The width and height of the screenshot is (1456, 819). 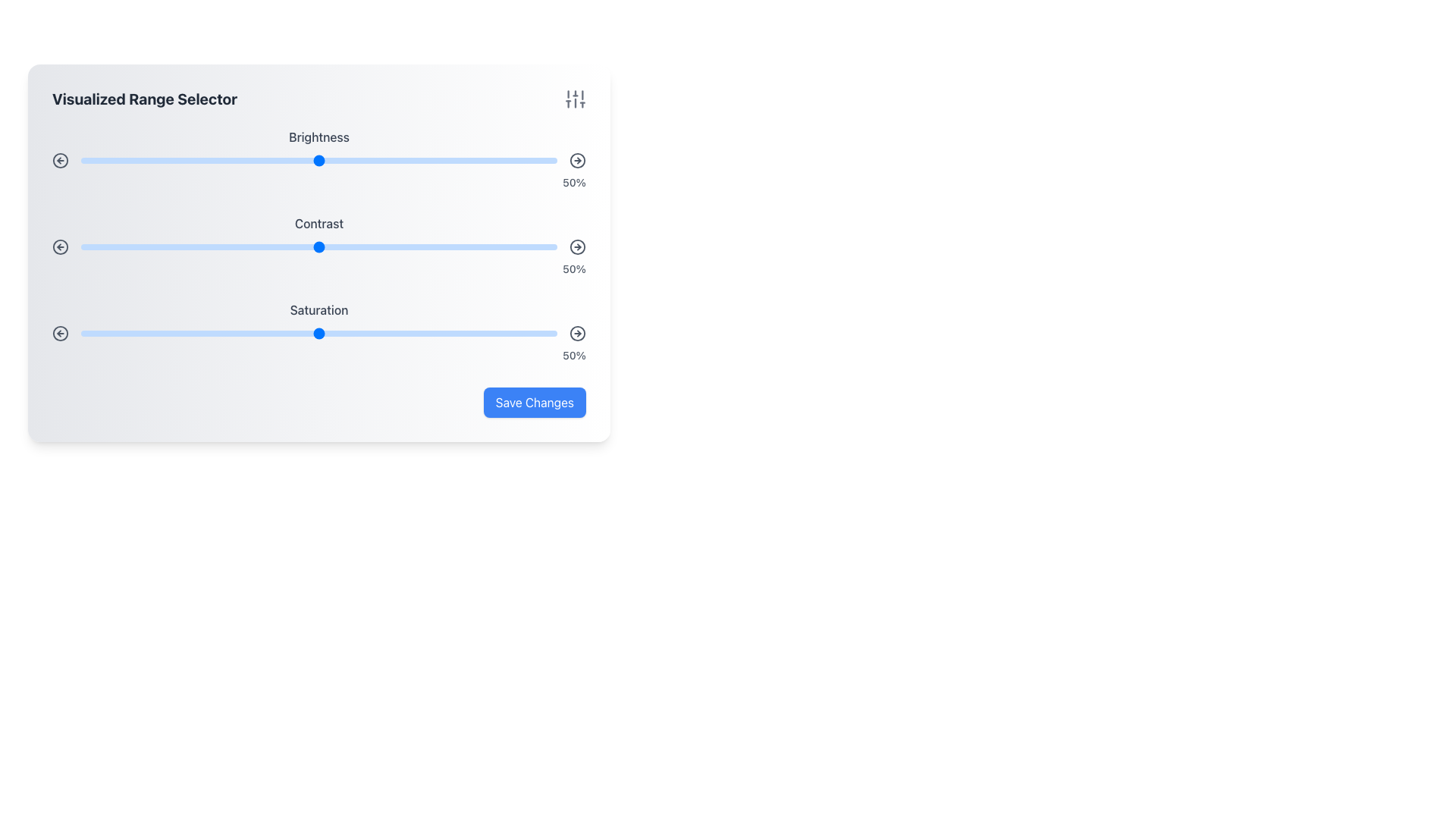 I want to click on the slider value, so click(x=99, y=246).